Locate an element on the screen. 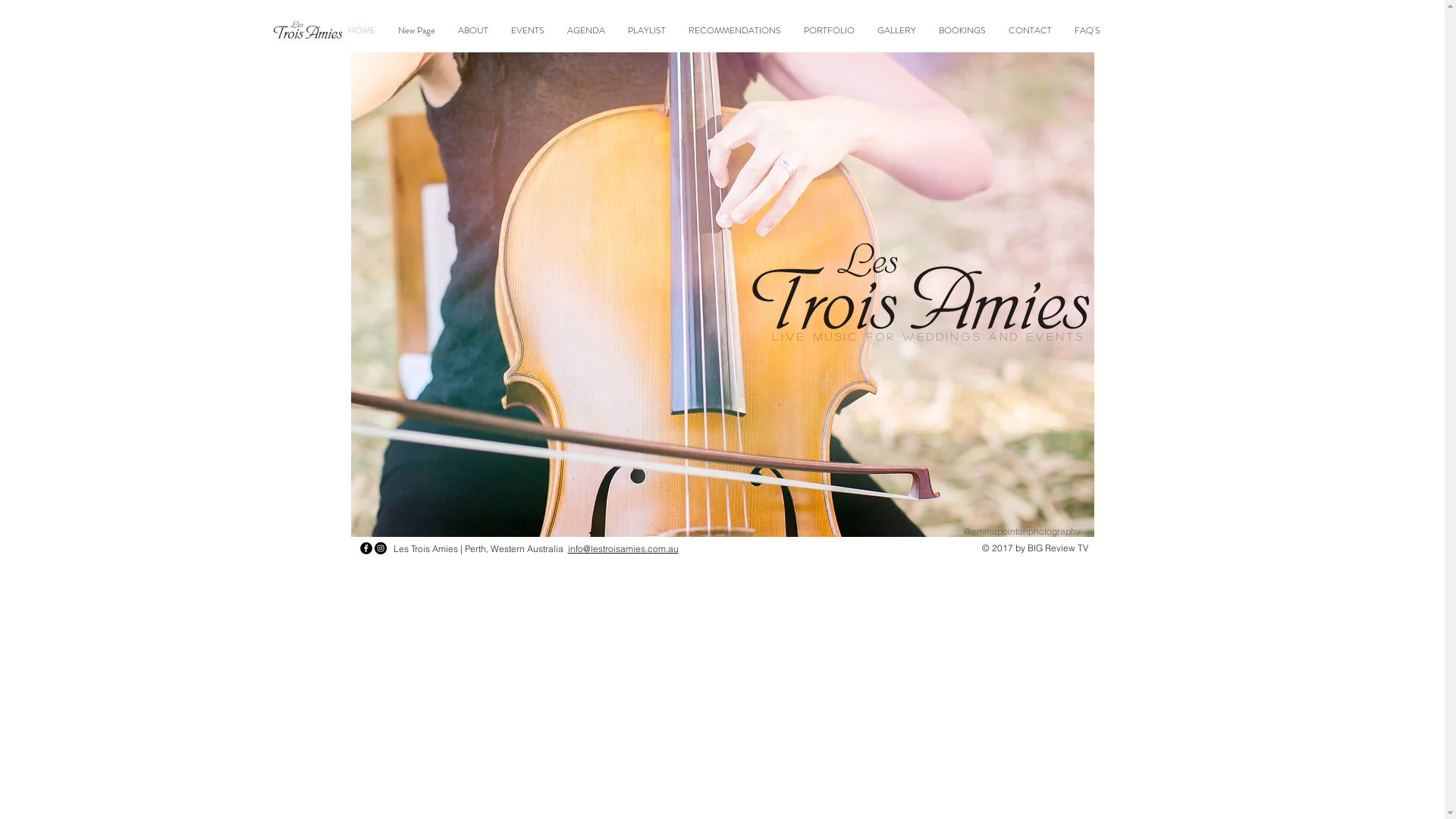 This screenshot has width=1456, height=819. 'EVENTS' is located at coordinates (499, 30).